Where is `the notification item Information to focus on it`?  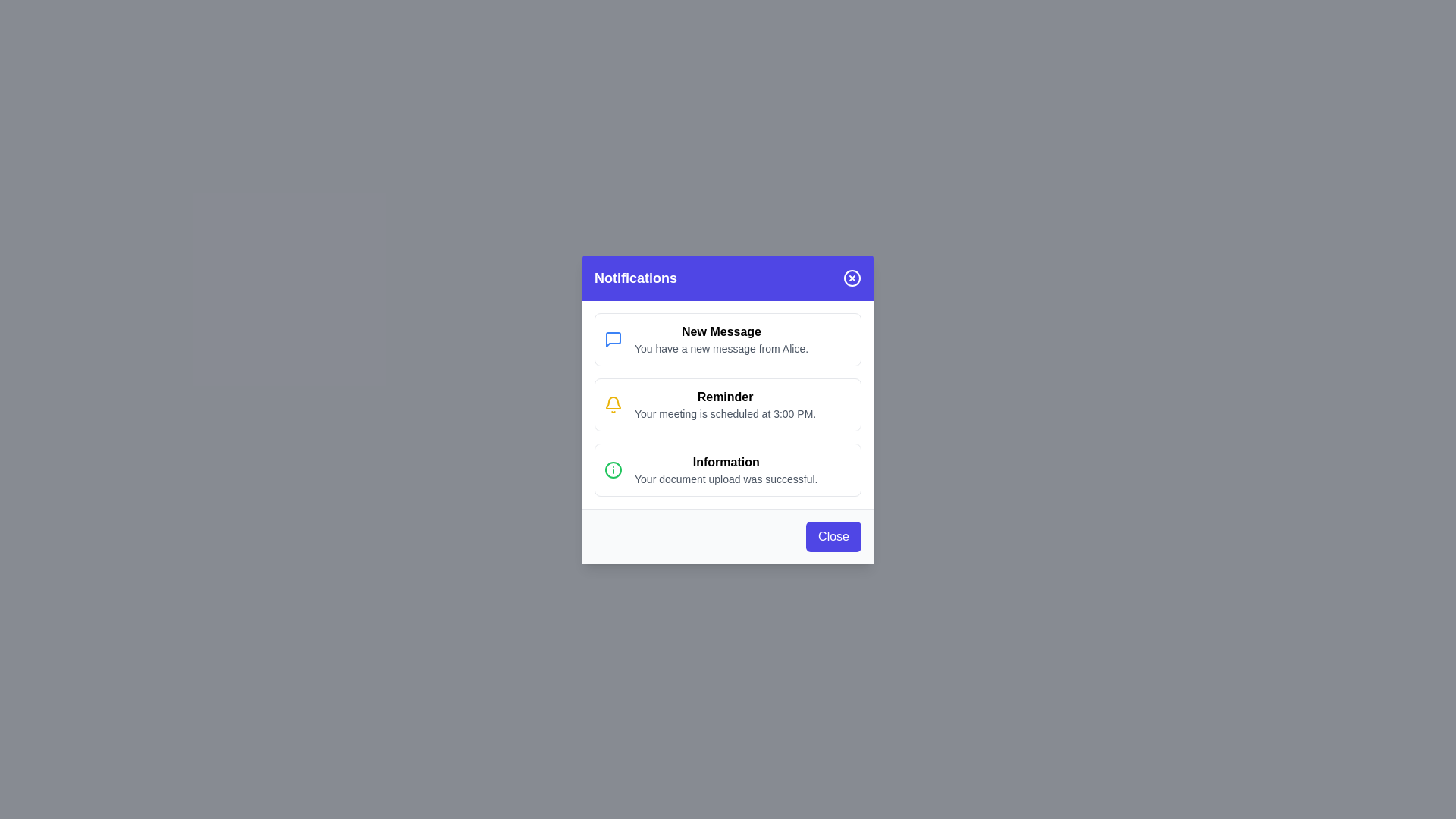 the notification item Information to focus on it is located at coordinates (728, 469).